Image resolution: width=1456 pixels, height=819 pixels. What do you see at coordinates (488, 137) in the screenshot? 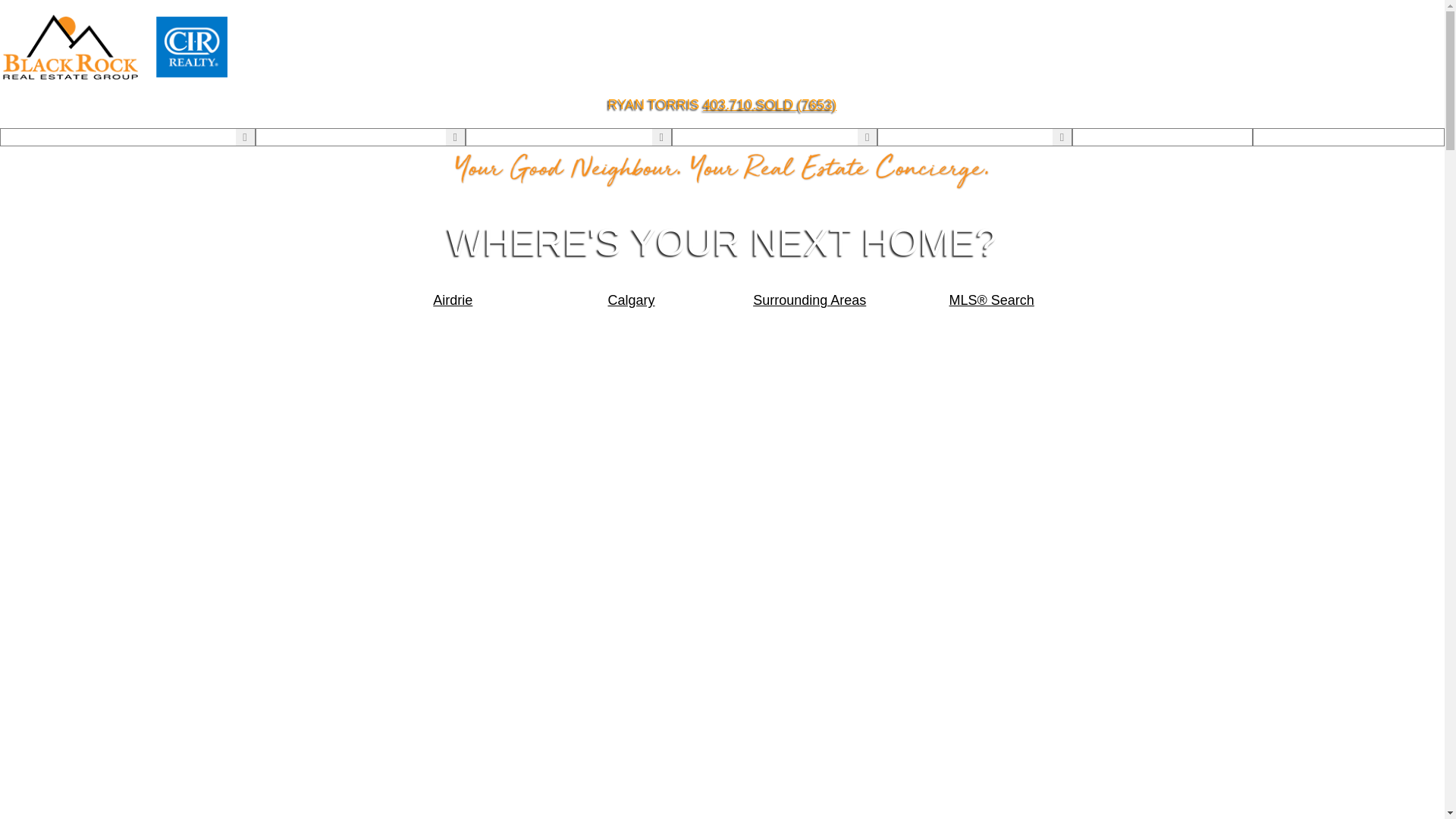
I see `'Buying'` at bounding box center [488, 137].